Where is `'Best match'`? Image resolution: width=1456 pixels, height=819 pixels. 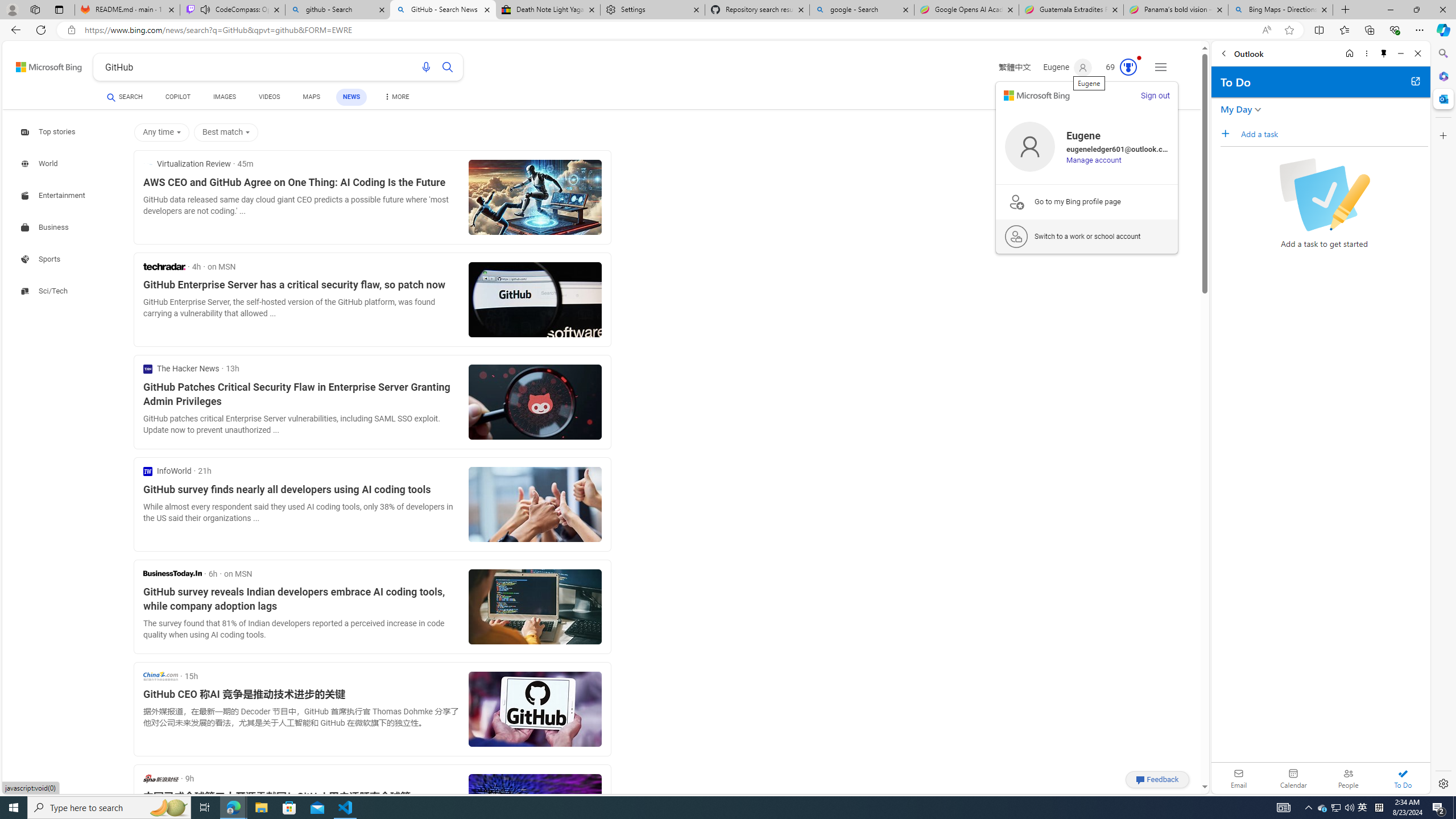 'Best match' is located at coordinates (227, 133).